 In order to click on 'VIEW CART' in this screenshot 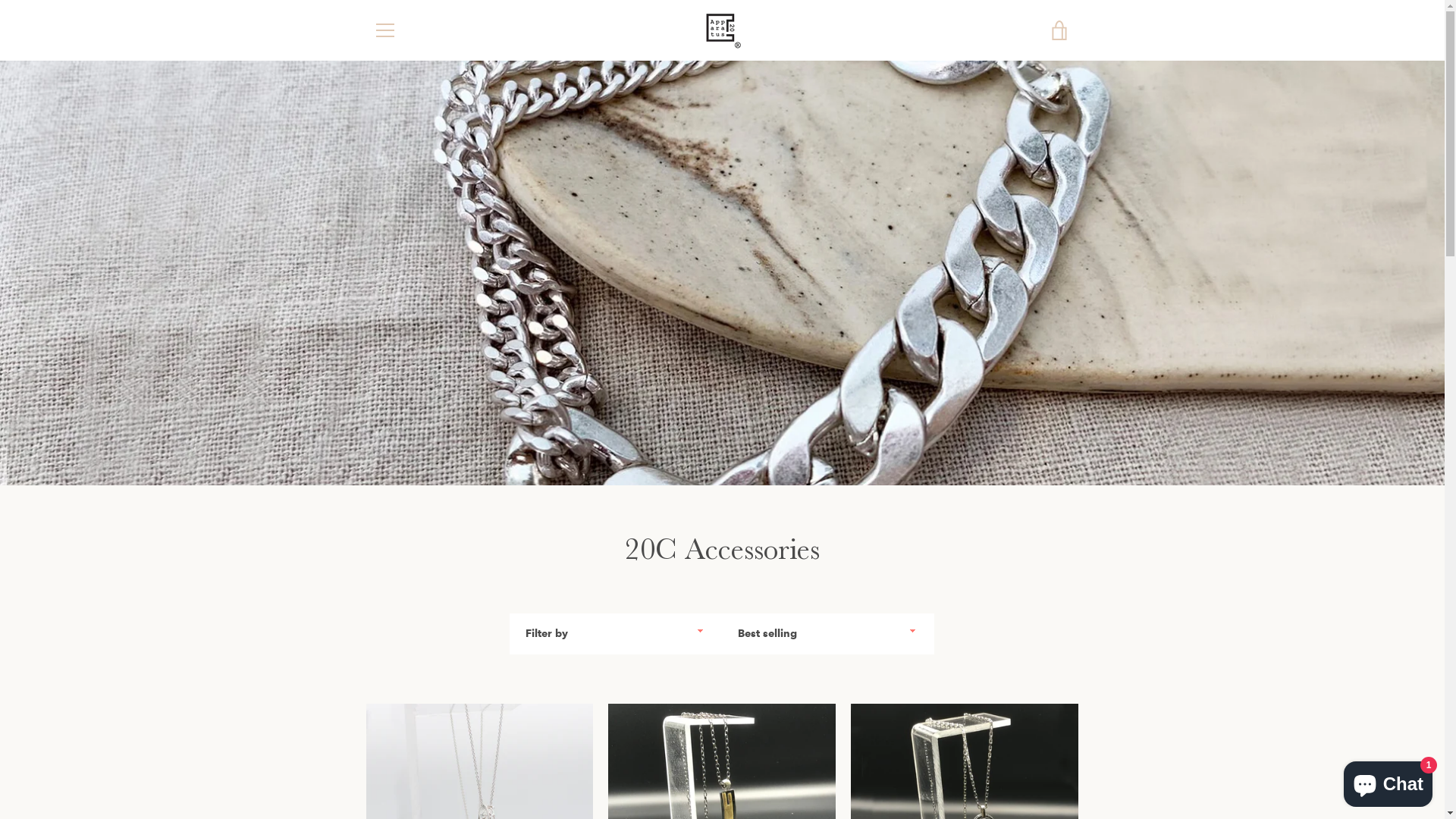, I will do `click(1058, 30)`.